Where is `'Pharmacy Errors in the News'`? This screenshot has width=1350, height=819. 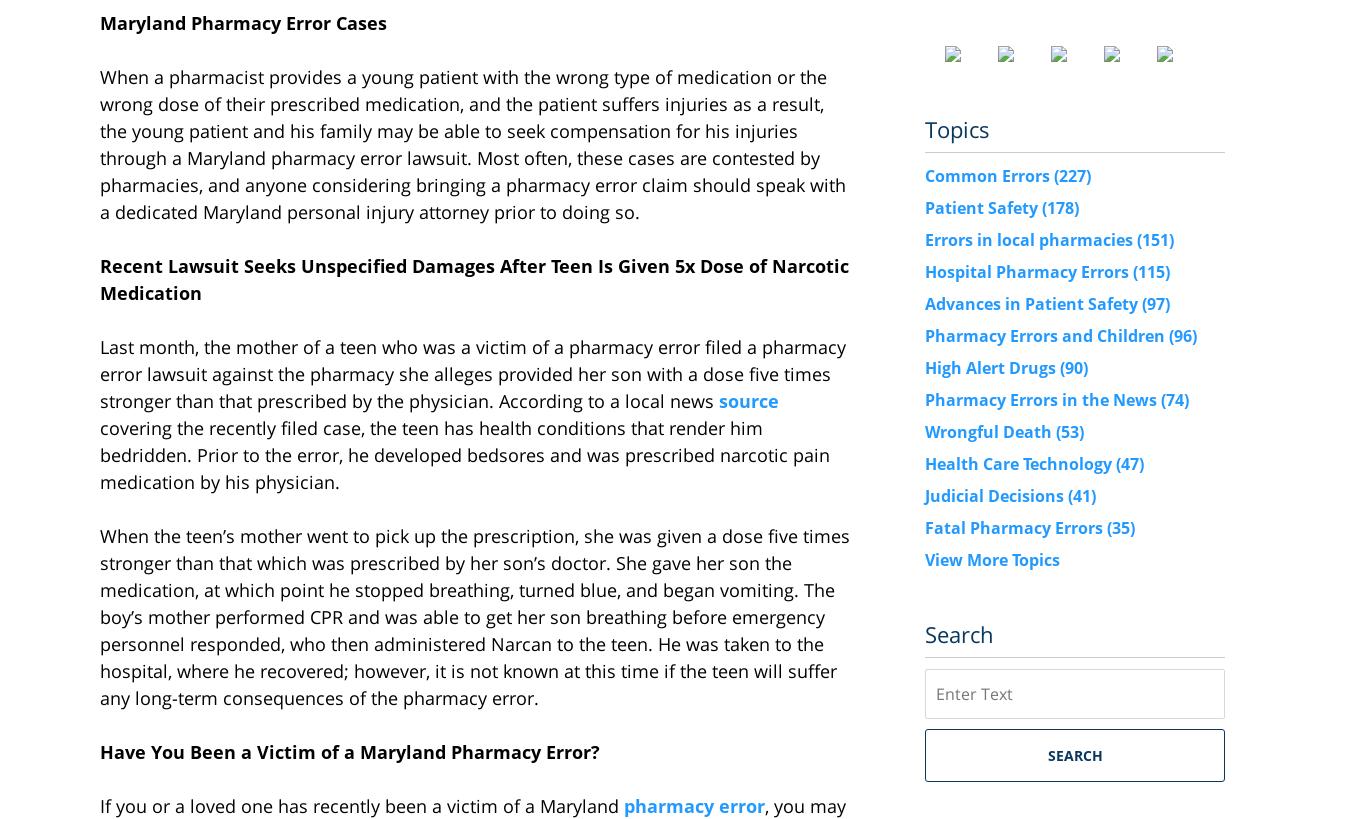 'Pharmacy Errors in the News' is located at coordinates (1043, 398).